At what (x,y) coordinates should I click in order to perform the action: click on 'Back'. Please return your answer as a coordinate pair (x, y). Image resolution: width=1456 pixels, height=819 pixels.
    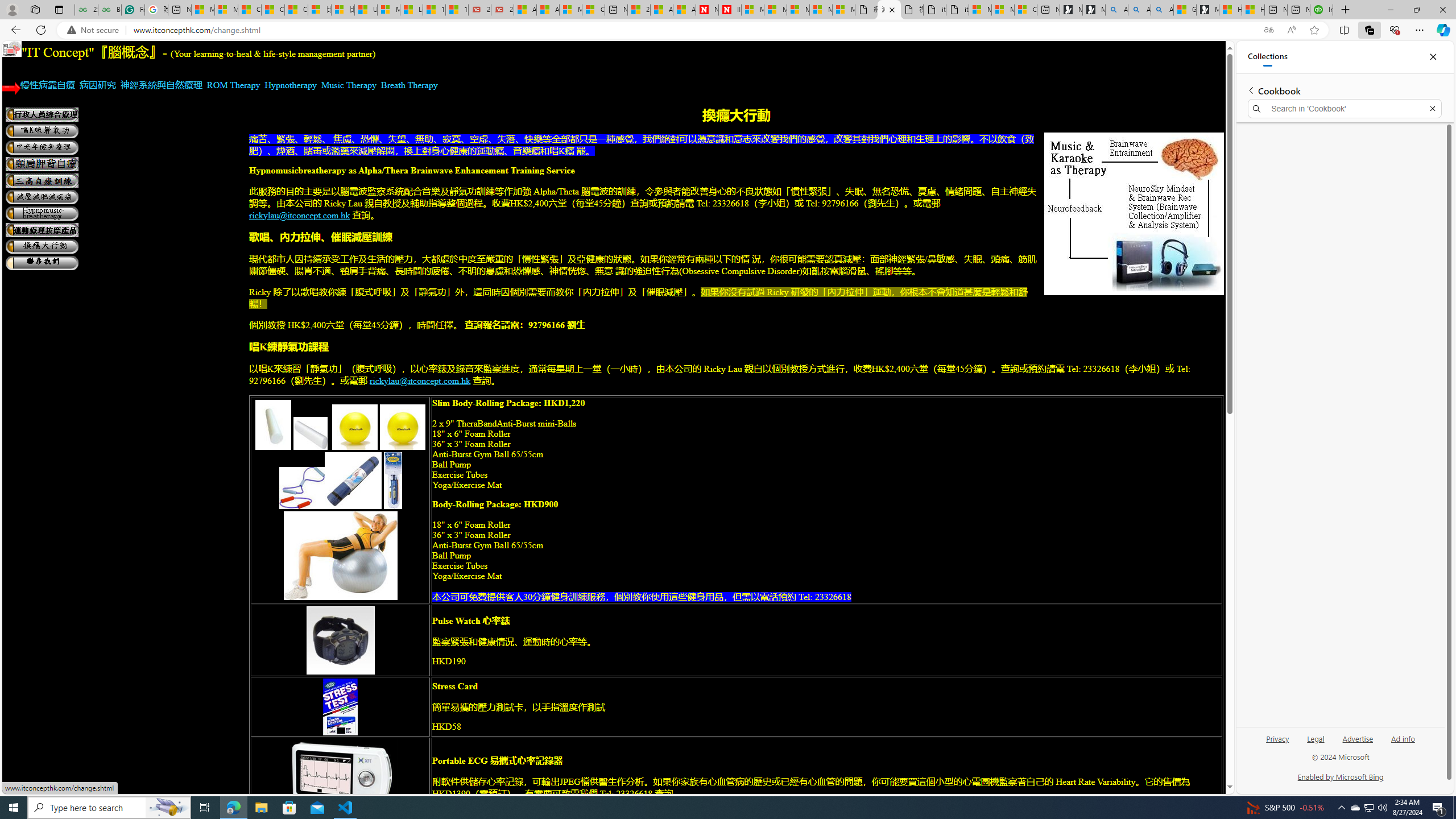
    Looking at the image, I should click on (14, 29).